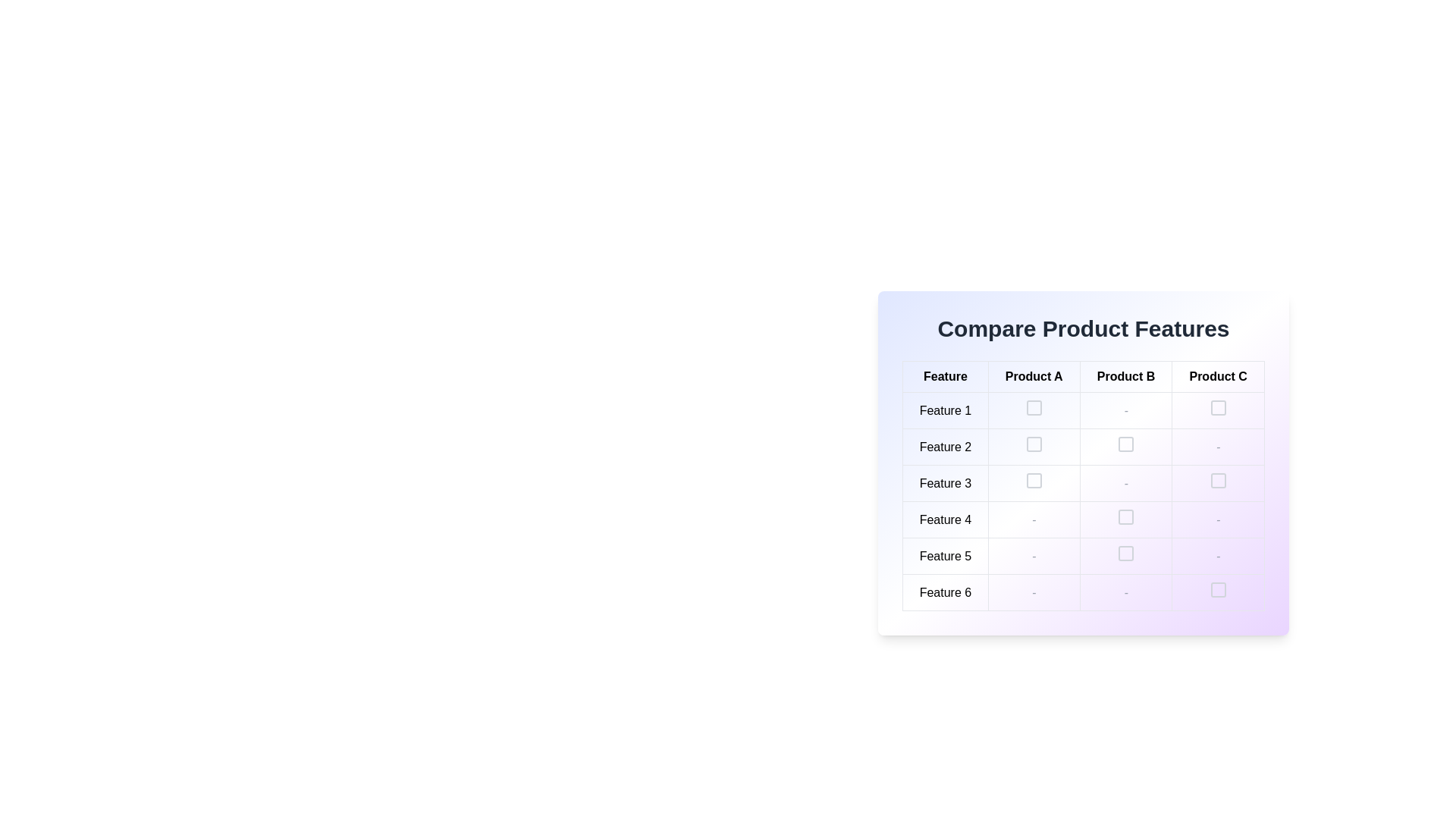 The image size is (1456, 819). What do you see at coordinates (1083, 519) in the screenshot?
I see `the interactive parts of the Table Row labeled 'Feature 4' within the comparison table titled 'Compare Product Features'` at bounding box center [1083, 519].